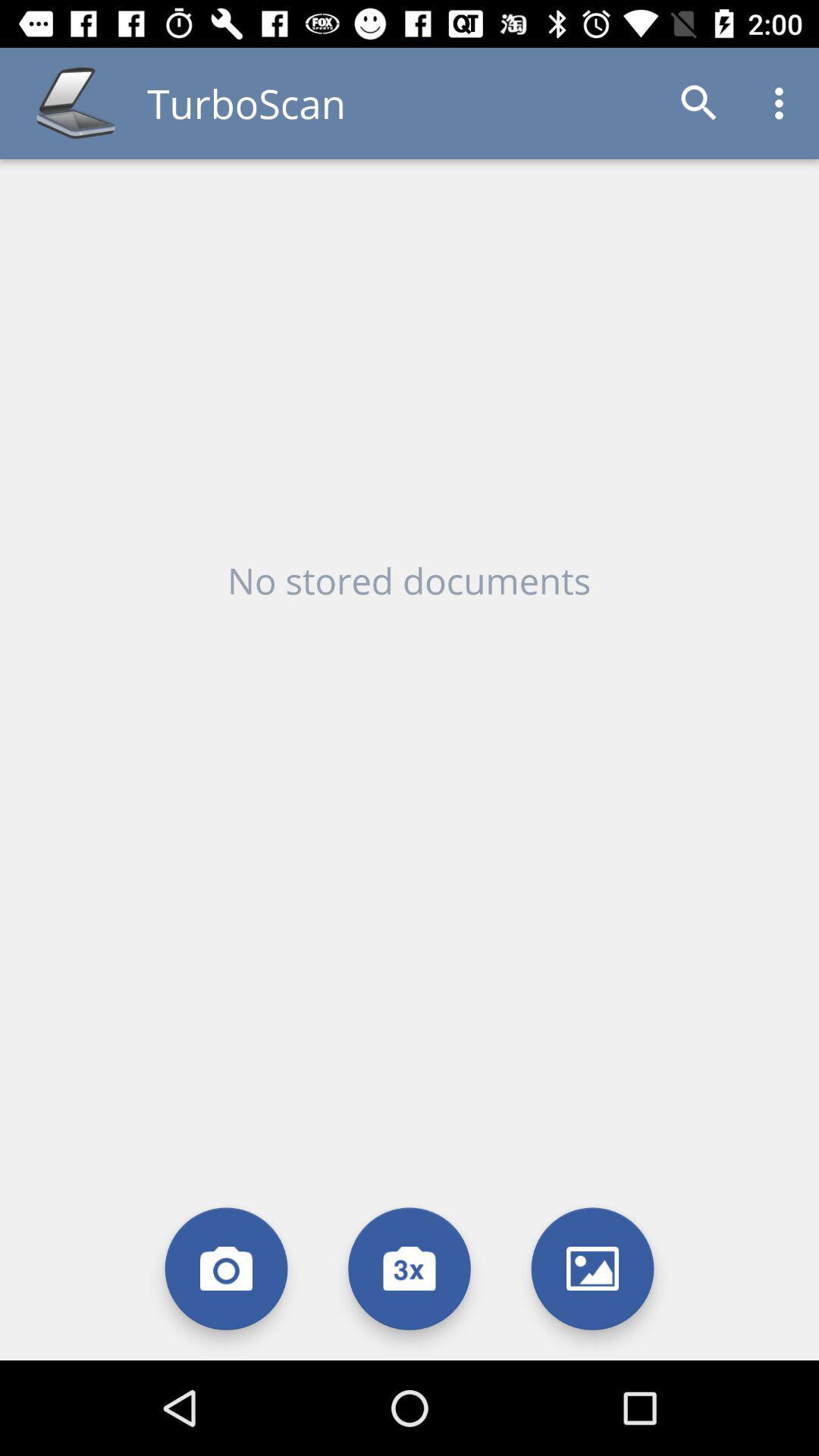 This screenshot has width=819, height=1456. What do you see at coordinates (226, 1269) in the screenshot?
I see `the icon at the bottom left corner` at bounding box center [226, 1269].